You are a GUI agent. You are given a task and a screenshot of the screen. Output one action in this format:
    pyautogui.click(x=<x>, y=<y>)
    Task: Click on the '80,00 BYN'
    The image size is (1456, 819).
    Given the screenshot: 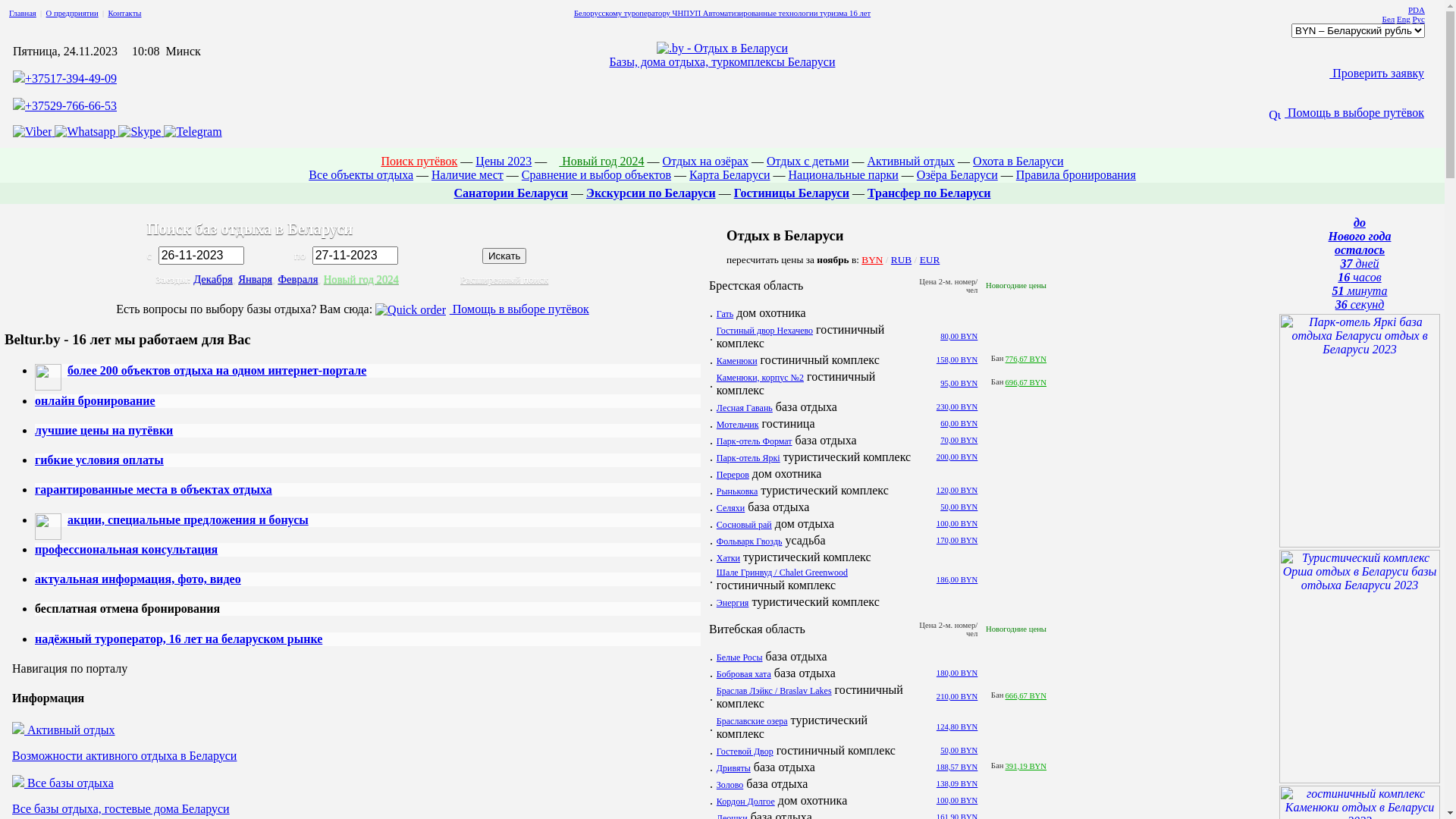 What is the action you would take?
    pyautogui.click(x=958, y=335)
    